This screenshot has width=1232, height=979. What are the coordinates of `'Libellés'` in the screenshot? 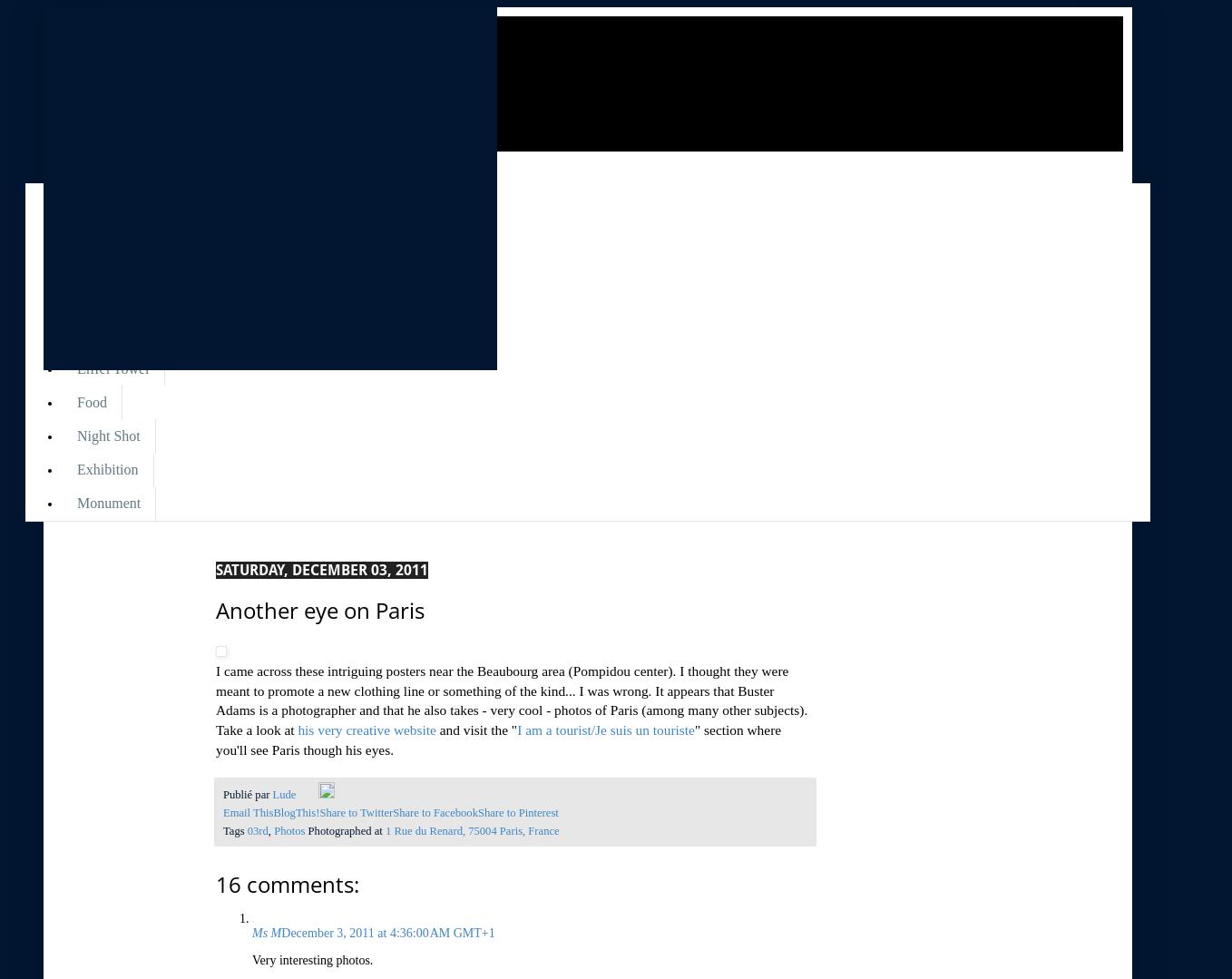 It's located at (83, 160).